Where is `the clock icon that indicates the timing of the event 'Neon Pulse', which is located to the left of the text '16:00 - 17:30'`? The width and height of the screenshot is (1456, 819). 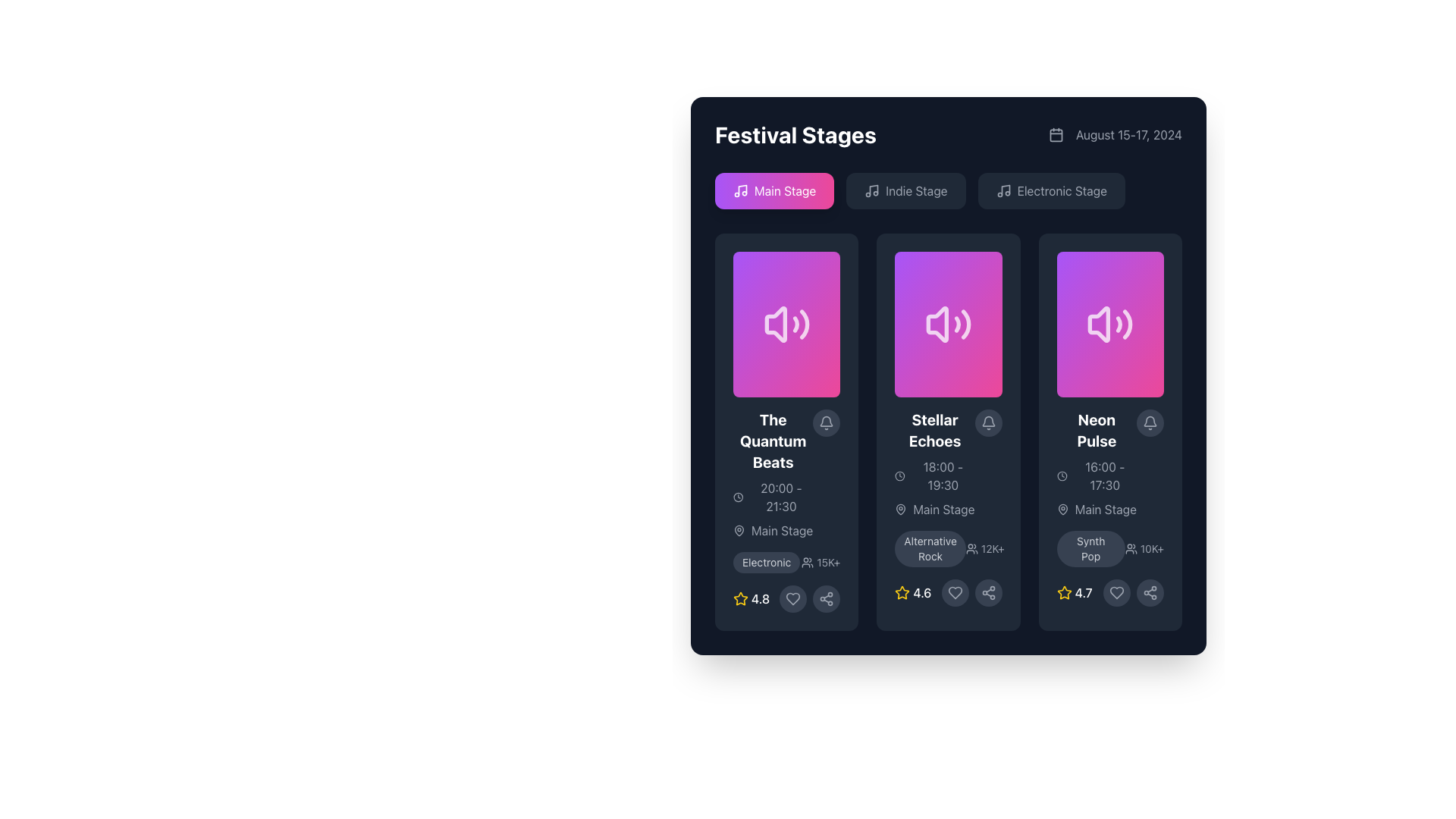
the clock icon that indicates the timing of the event 'Neon Pulse', which is located to the left of the text '16:00 - 17:30' is located at coordinates (1061, 475).